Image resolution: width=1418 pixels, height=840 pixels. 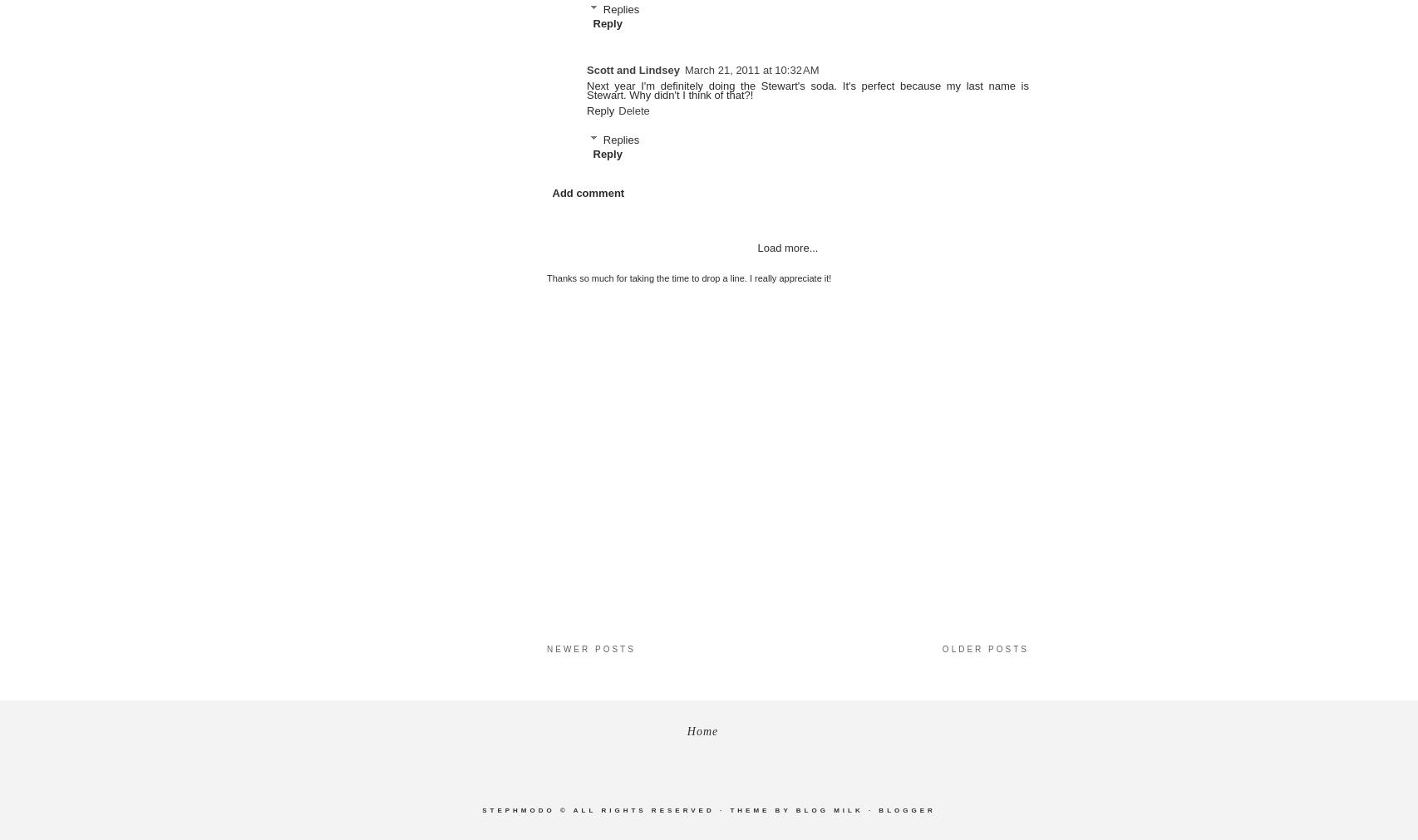 What do you see at coordinates (868, 810) in the screenshot?
I see `'· Blogger'` at bounding box center [868, 810].